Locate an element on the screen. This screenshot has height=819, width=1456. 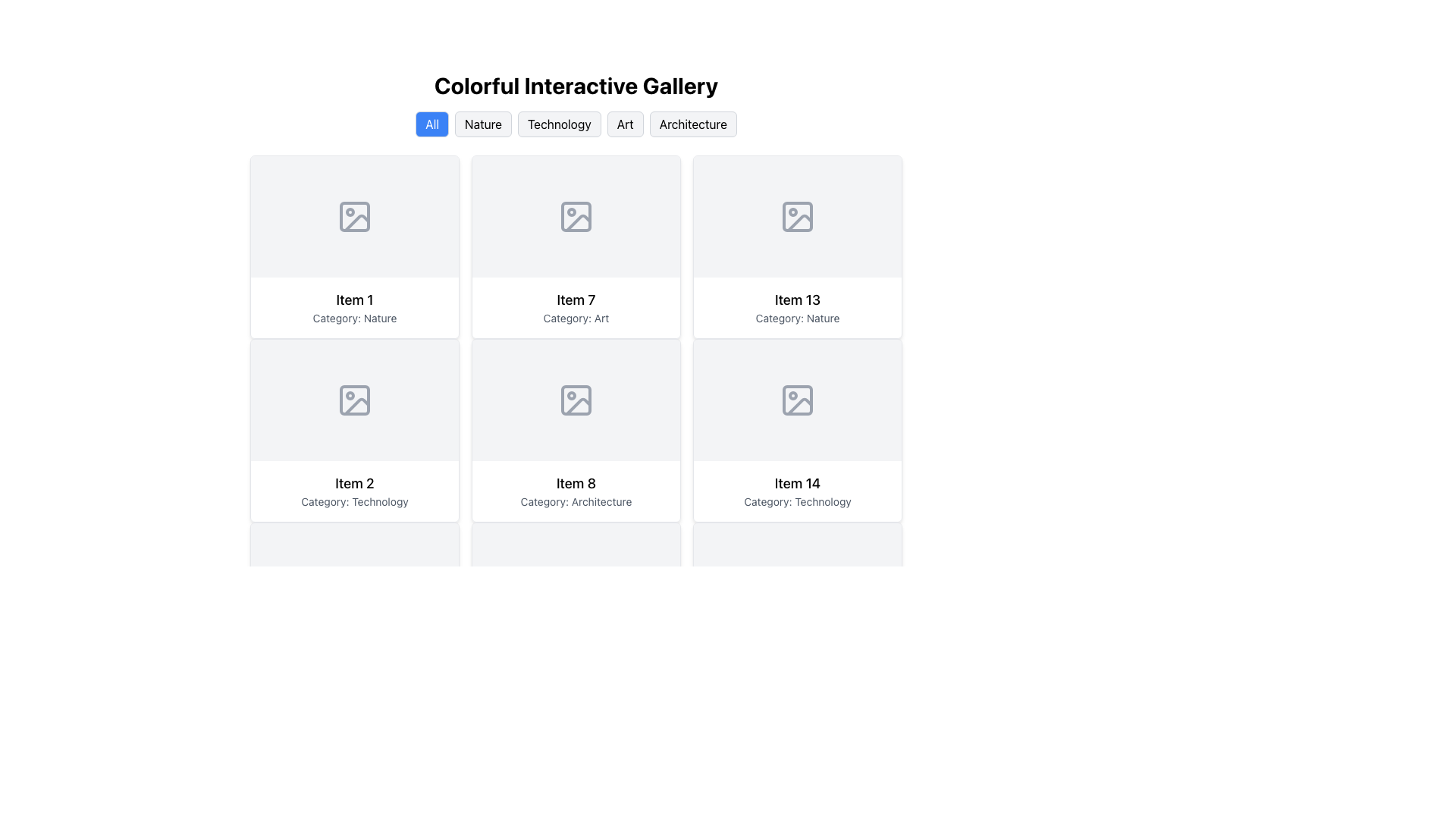
the decorative graphical UI component that is a small light gray rectangle with rounded corners, part of the icon labeled 'Item 7 - Category: Art' is located at coordinates (575, 216).